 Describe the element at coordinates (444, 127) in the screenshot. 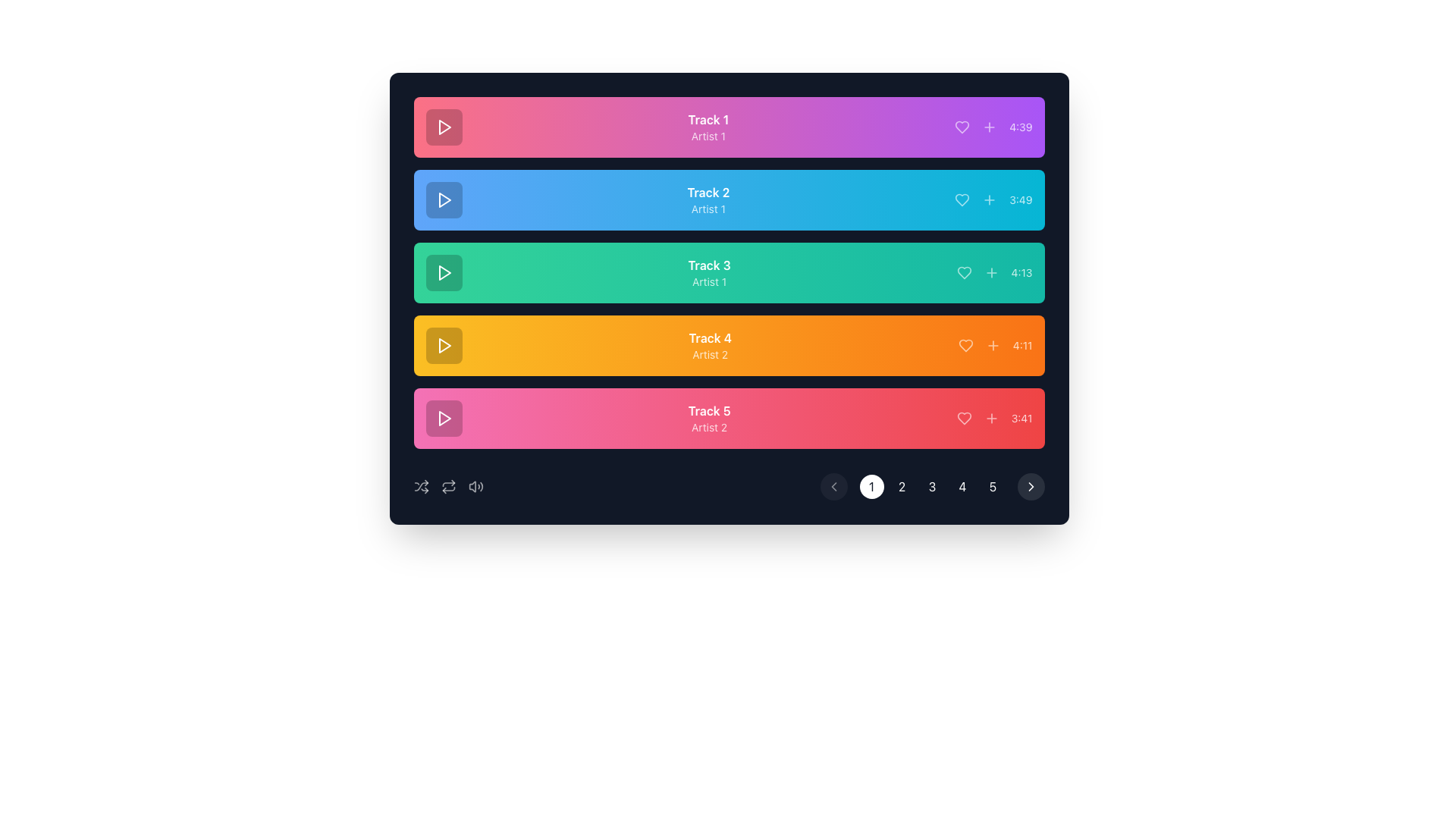

I see `the play icon located inside the pink button at the left end of the 'Track 1' row in the playlist` at that location.